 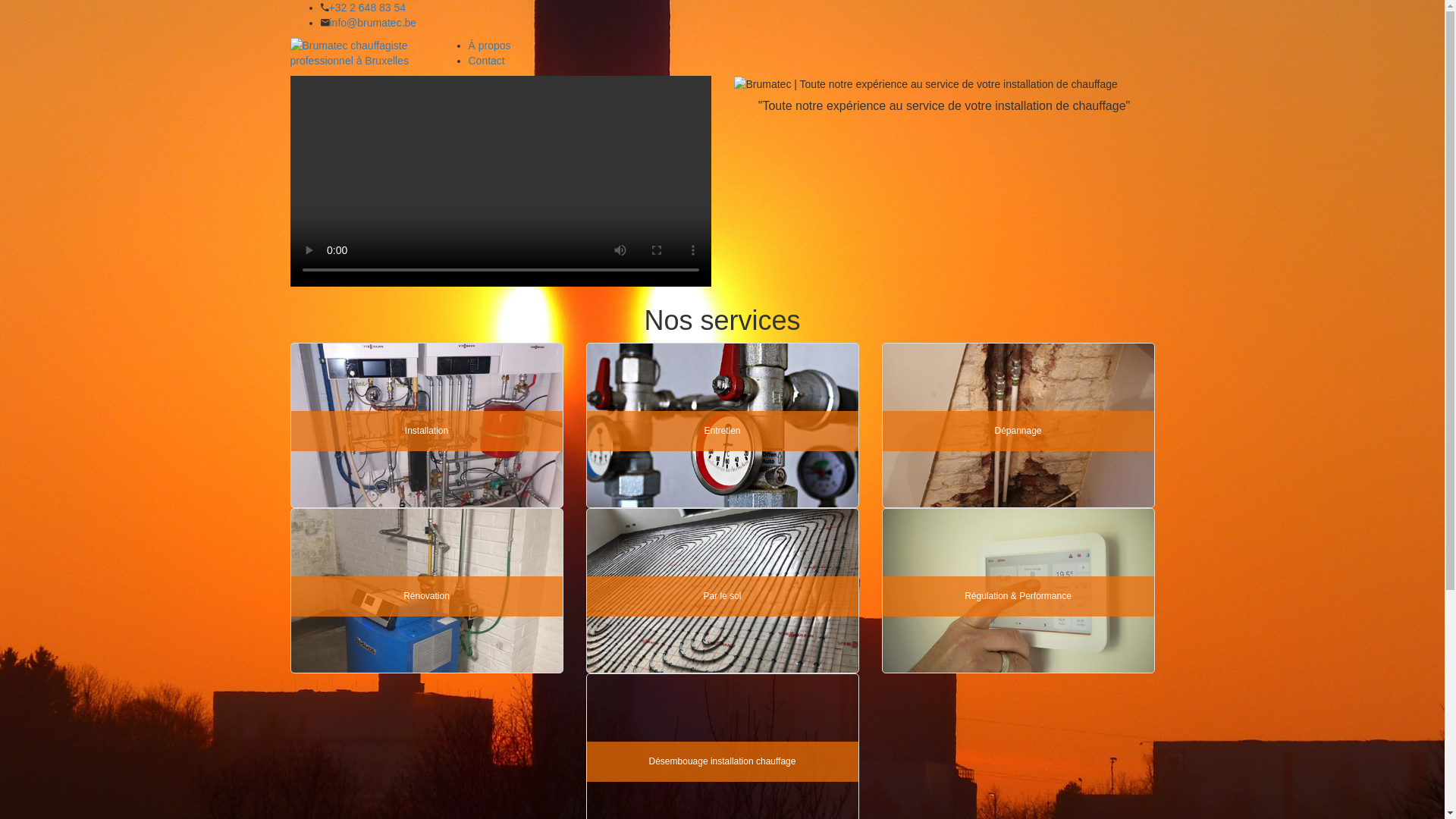 I want to click on '+32 2 648 83 54', so click(x=367, y=8).